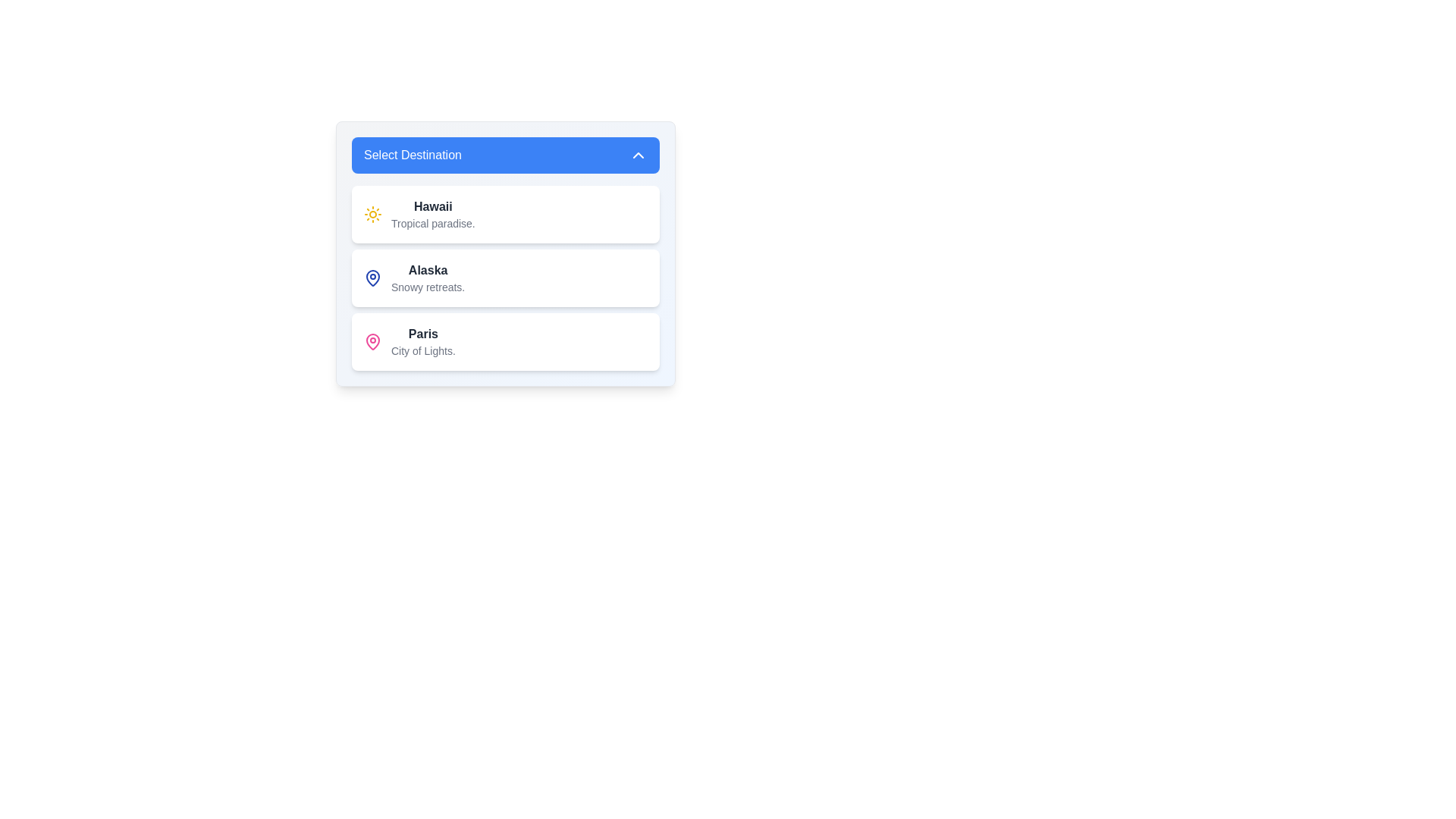  I want to click on the label for 'Hawaii' in the dropdown list of destinations, which is positioned above the subtitle 'Tropical paradise.', so click(432, 207).